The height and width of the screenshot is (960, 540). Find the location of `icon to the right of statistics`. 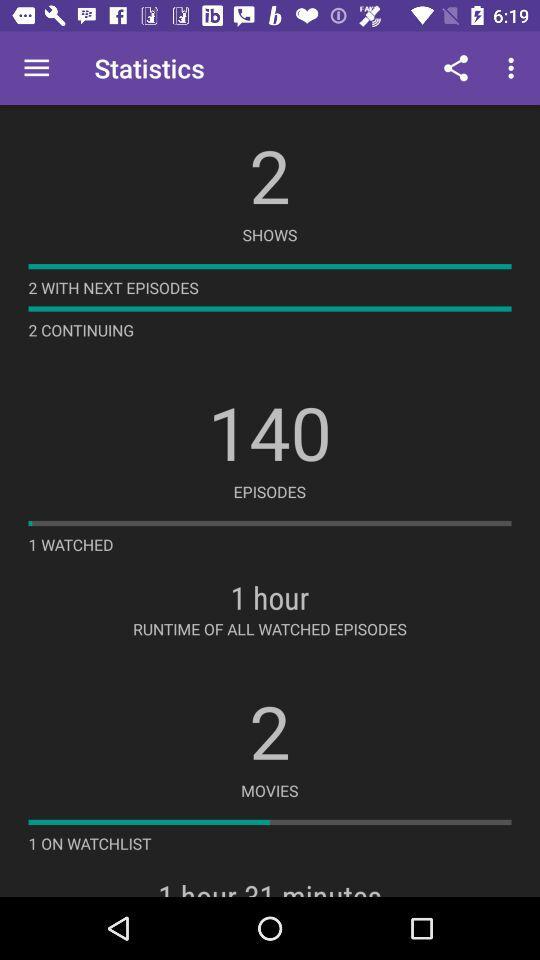

icon to the right of statistics is located at coordinates (455, 68).